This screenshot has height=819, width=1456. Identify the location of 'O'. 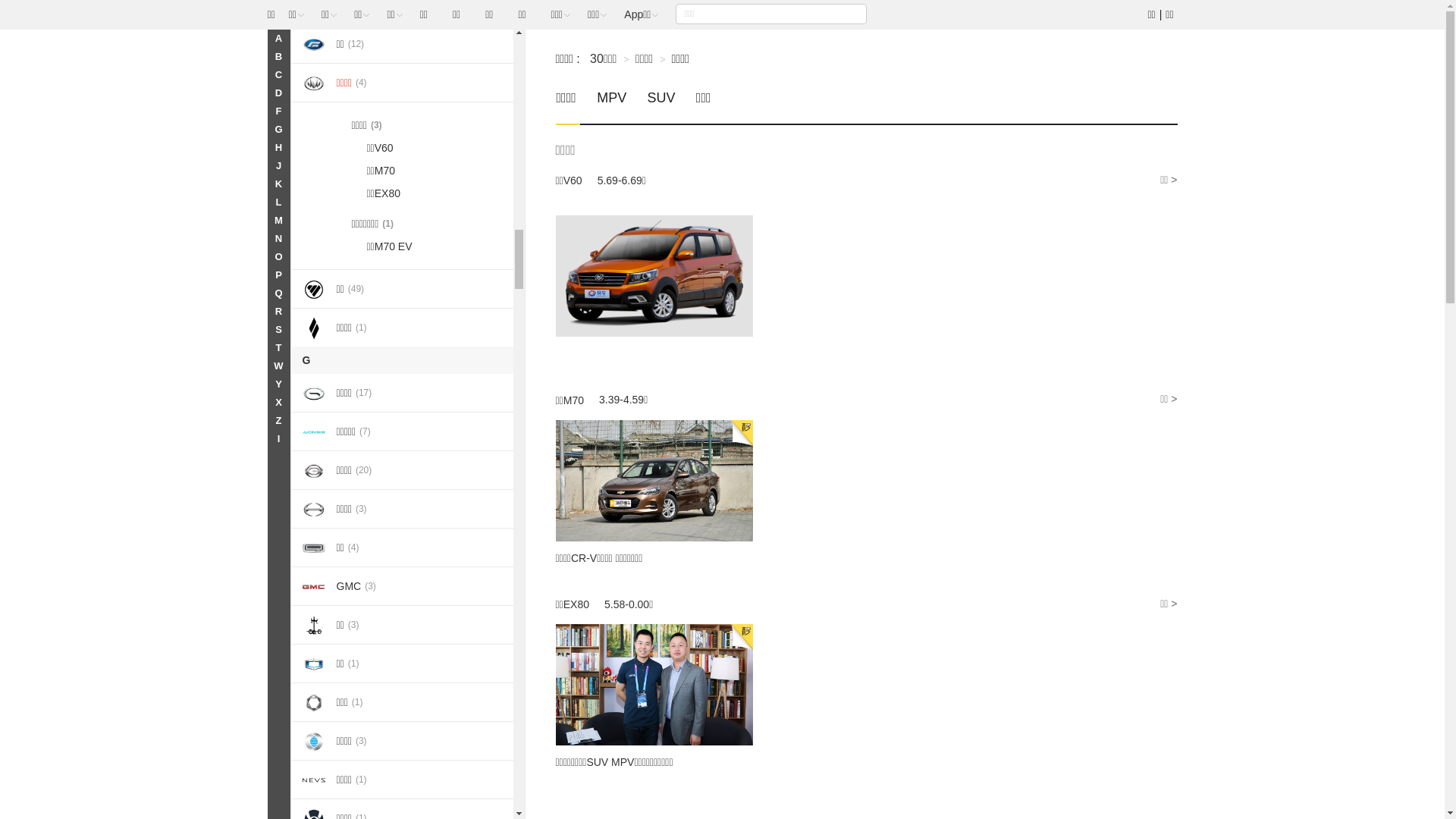
(266, 256).